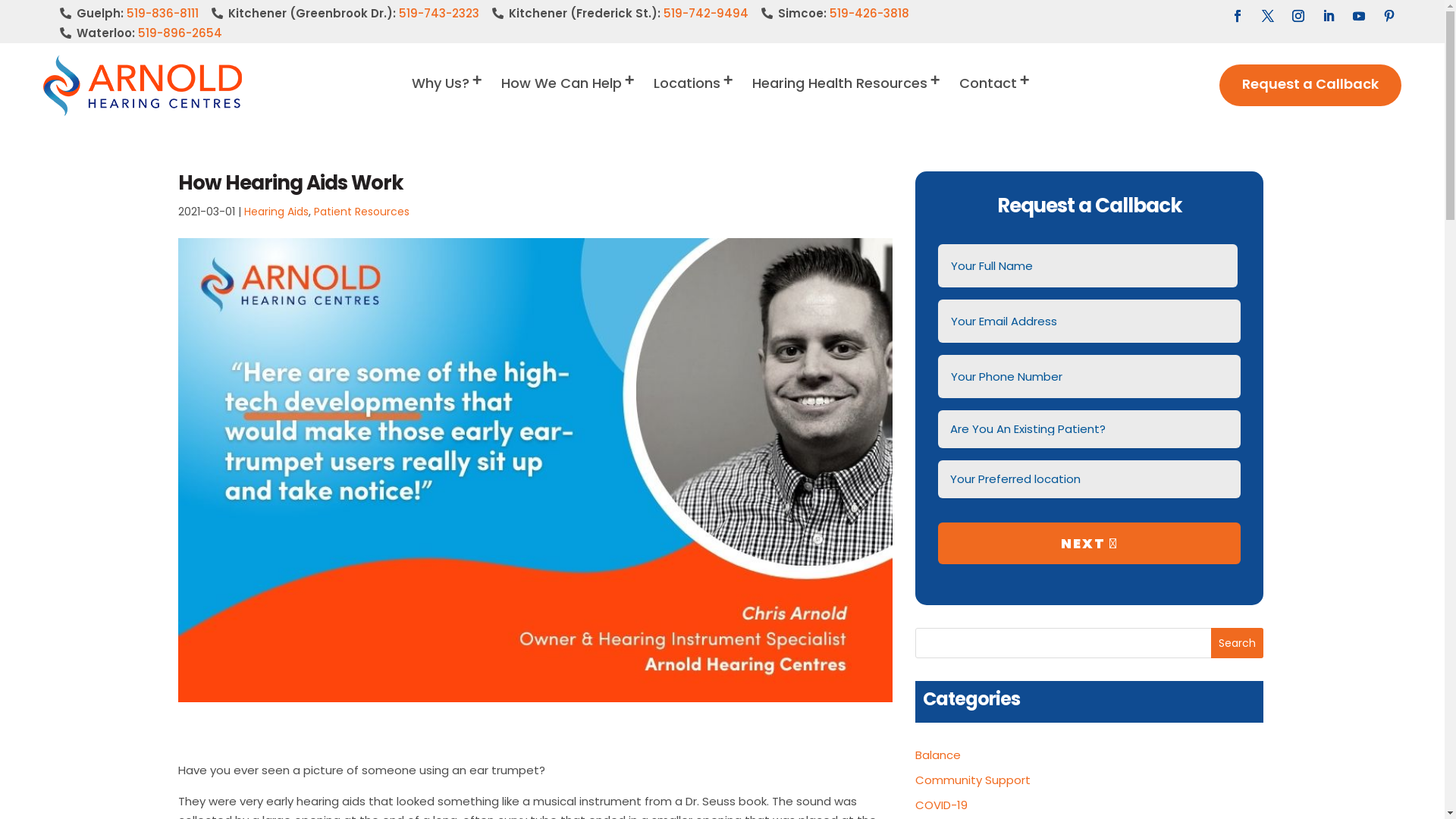  Describe the element at coordinates (438, 13) in the screenshot. I see `'519-743-2323'` at that location.